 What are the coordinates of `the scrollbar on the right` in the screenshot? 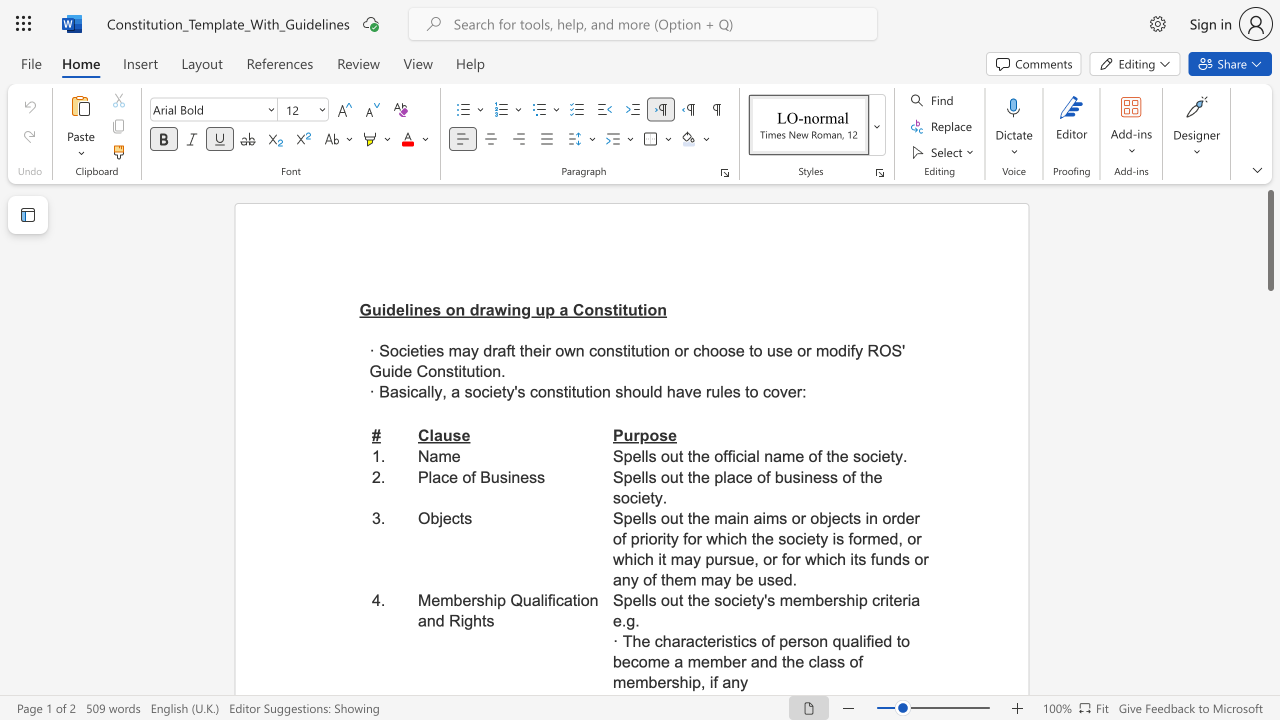 It's located at (1269, 618).